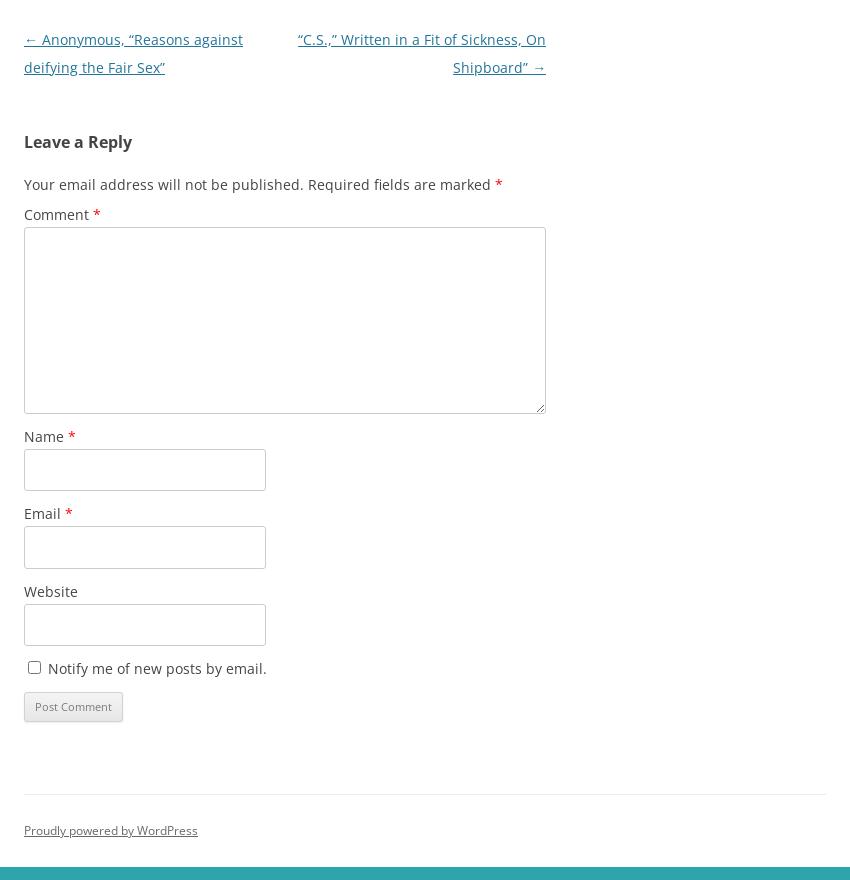 The height and width of the screenshot is (880, 850). Describe the element at coordinates (110, 829) in the screenshot. I see `'Proudly powered by WordPress'` at that location.